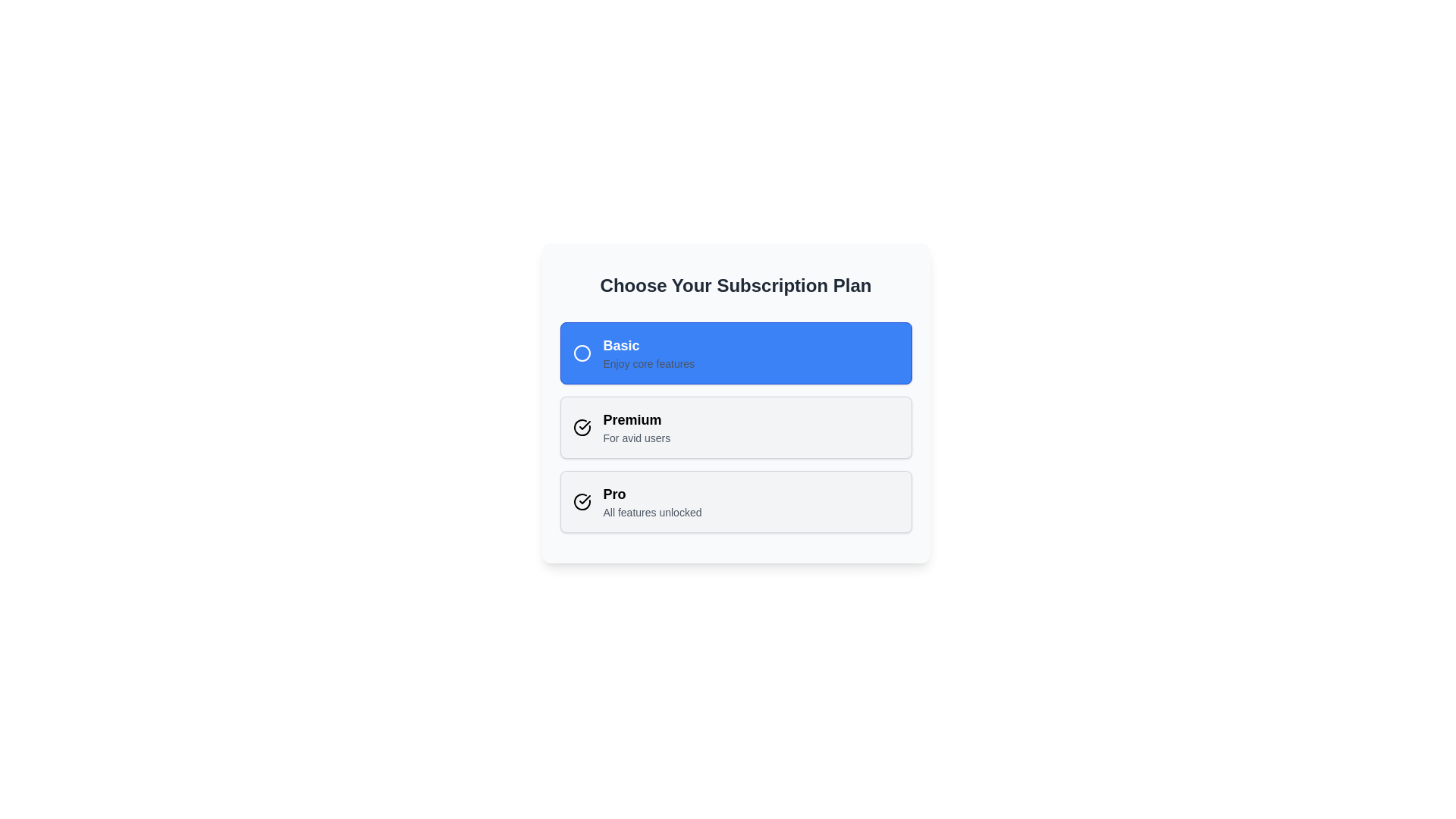 The height and width of the screenshot is (819, 1456). What do you see at coordinates (581, 427) in the screenshot?
I see `the checkmark icon inside the circle` at bounding box center [581, 427].